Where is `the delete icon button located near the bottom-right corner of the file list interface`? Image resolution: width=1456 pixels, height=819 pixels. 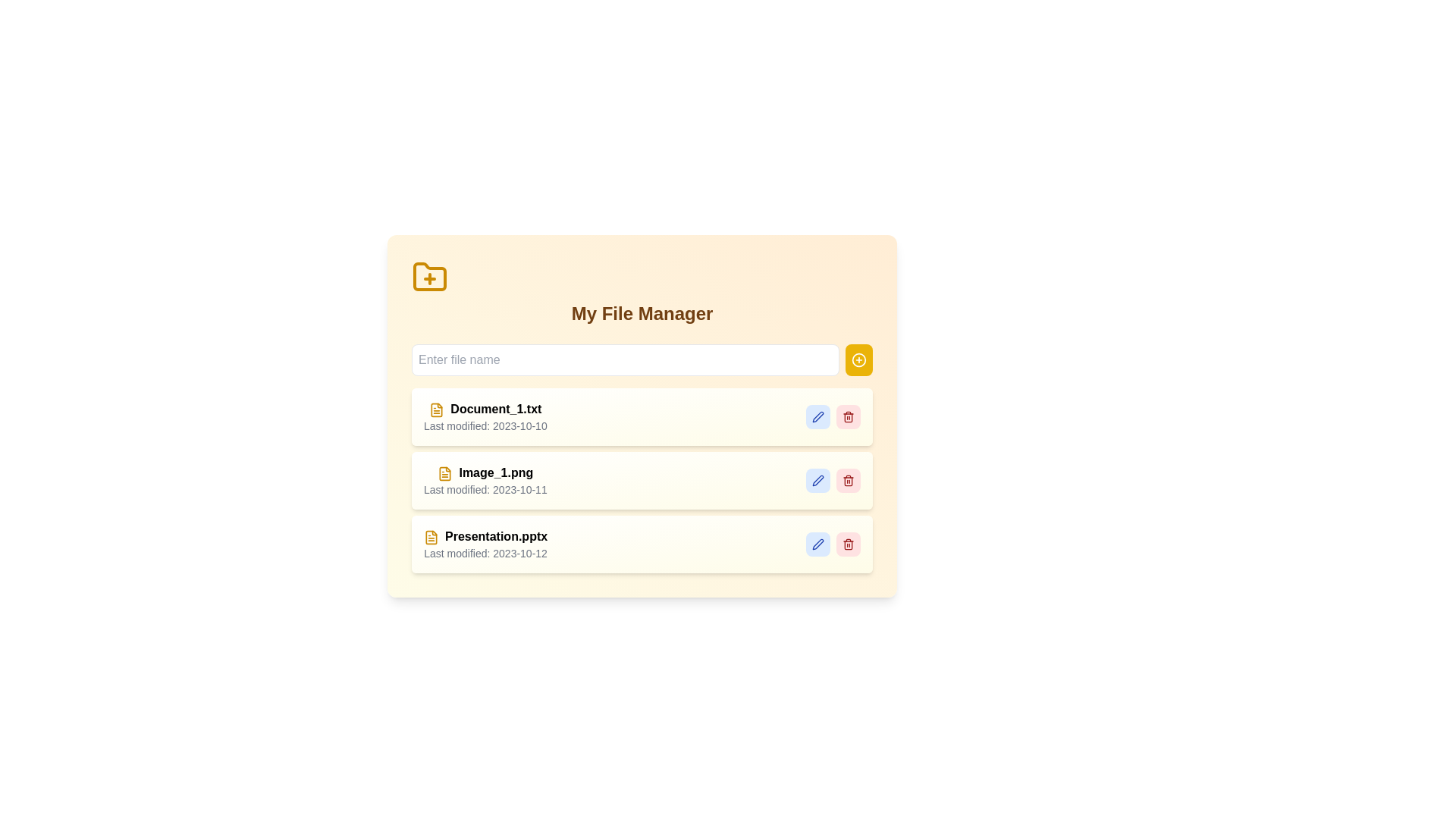 the delete icon button located near the bottom-right corner of the file list interface is located at coordinates (847, 543).